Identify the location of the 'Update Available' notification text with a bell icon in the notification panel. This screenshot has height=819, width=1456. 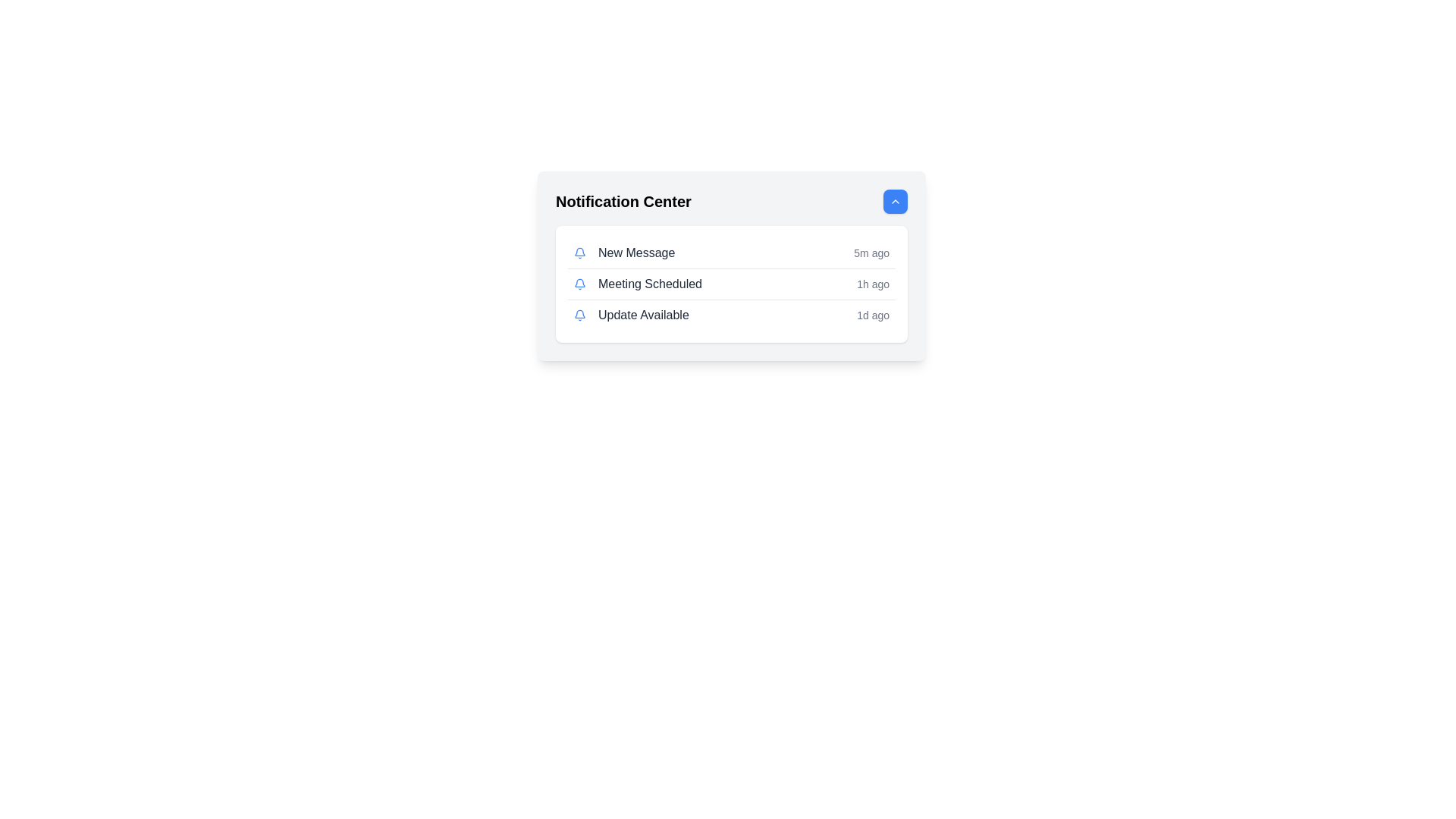
(631, 315).